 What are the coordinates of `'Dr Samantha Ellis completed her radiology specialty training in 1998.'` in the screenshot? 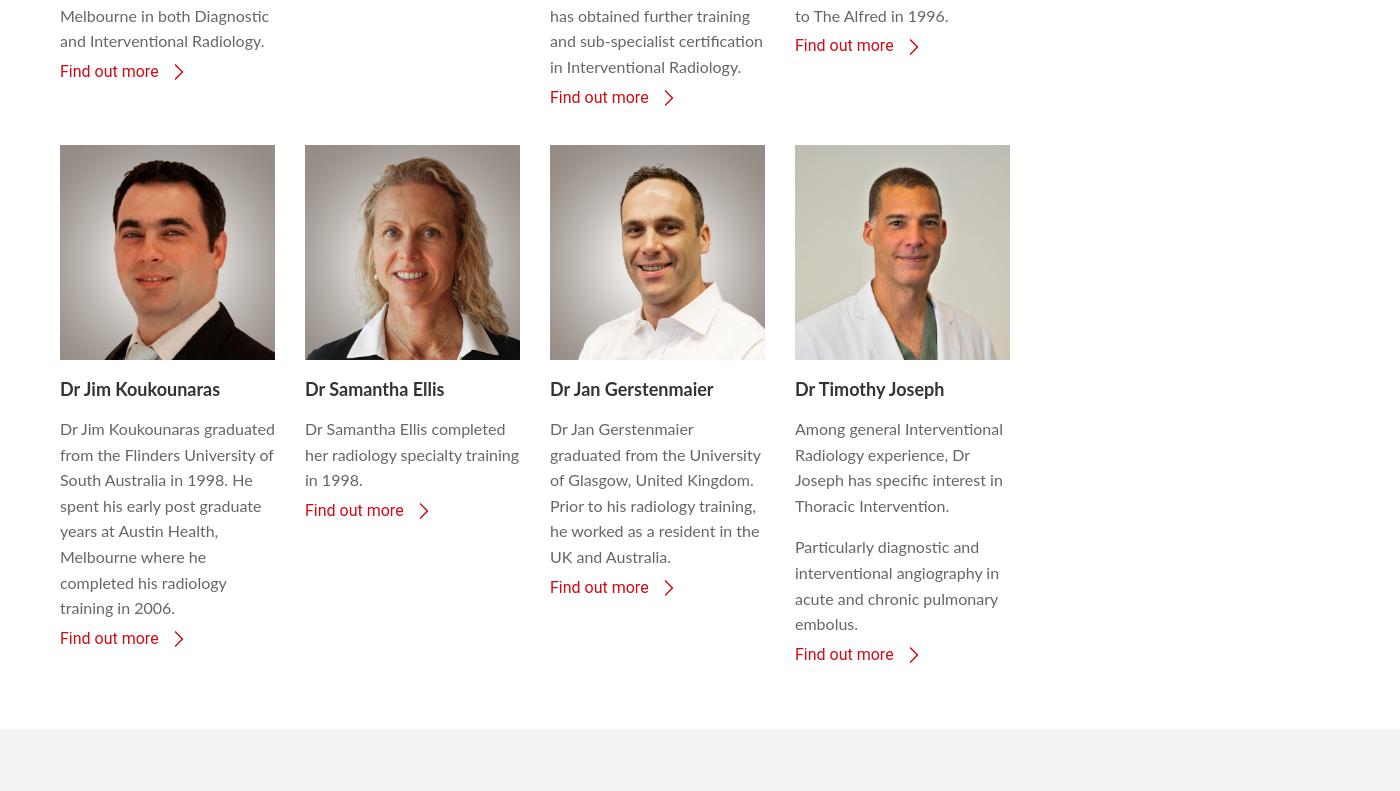 It's located at (411, 132).